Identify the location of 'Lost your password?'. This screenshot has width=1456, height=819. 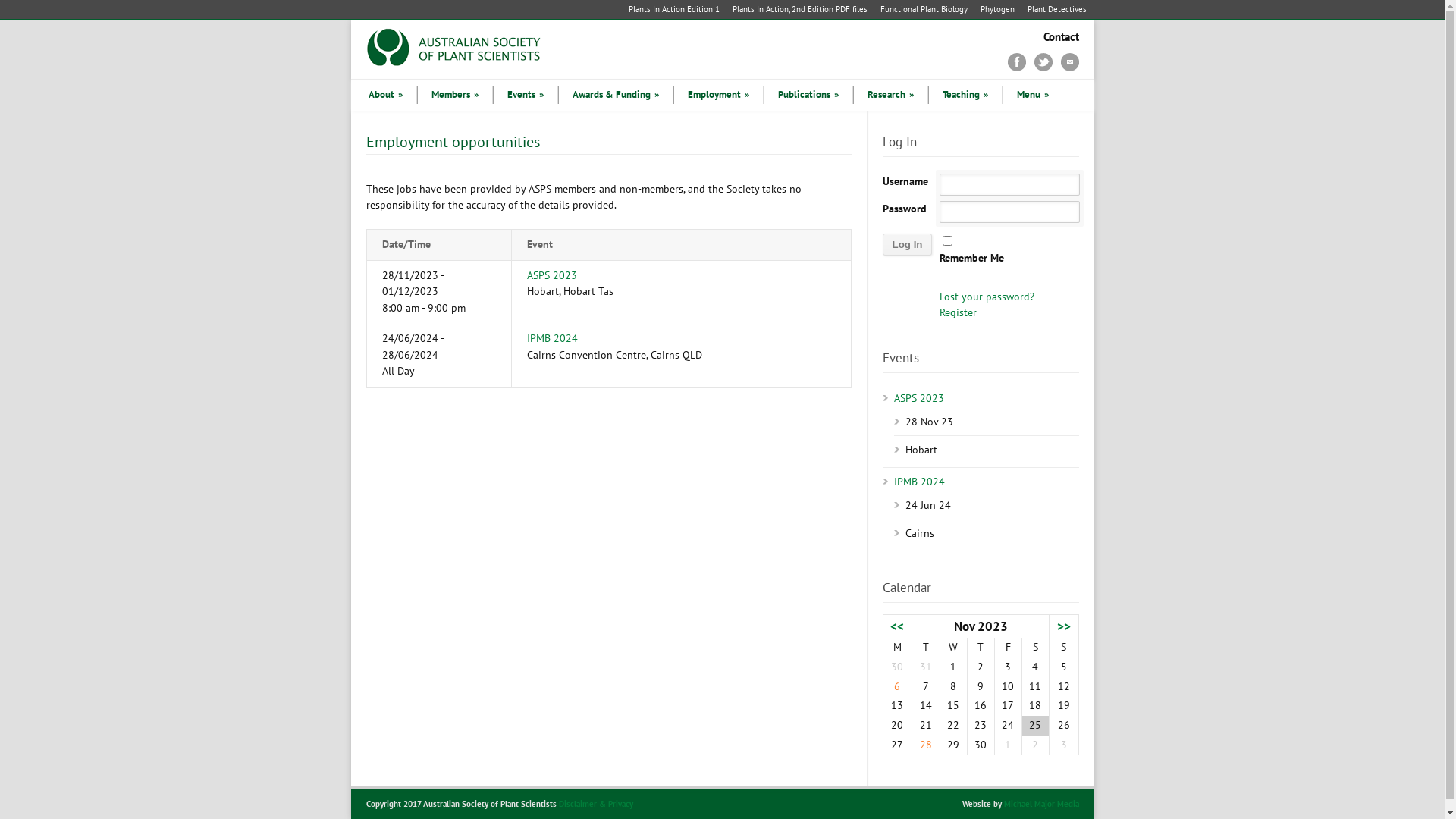
(987, 296).